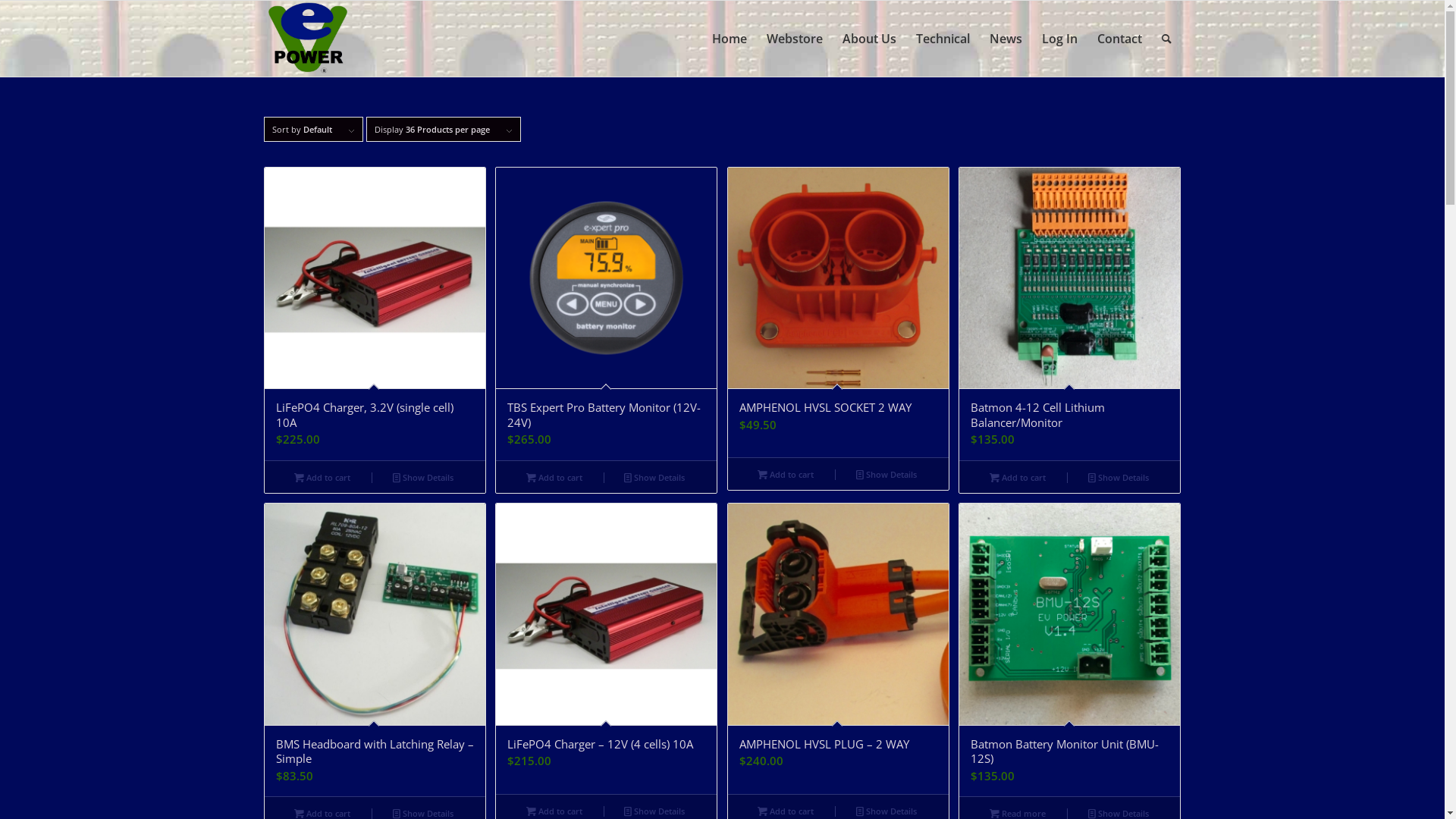 The image size is (1456, 819). I want to click on 'Home', so click(729, 37).